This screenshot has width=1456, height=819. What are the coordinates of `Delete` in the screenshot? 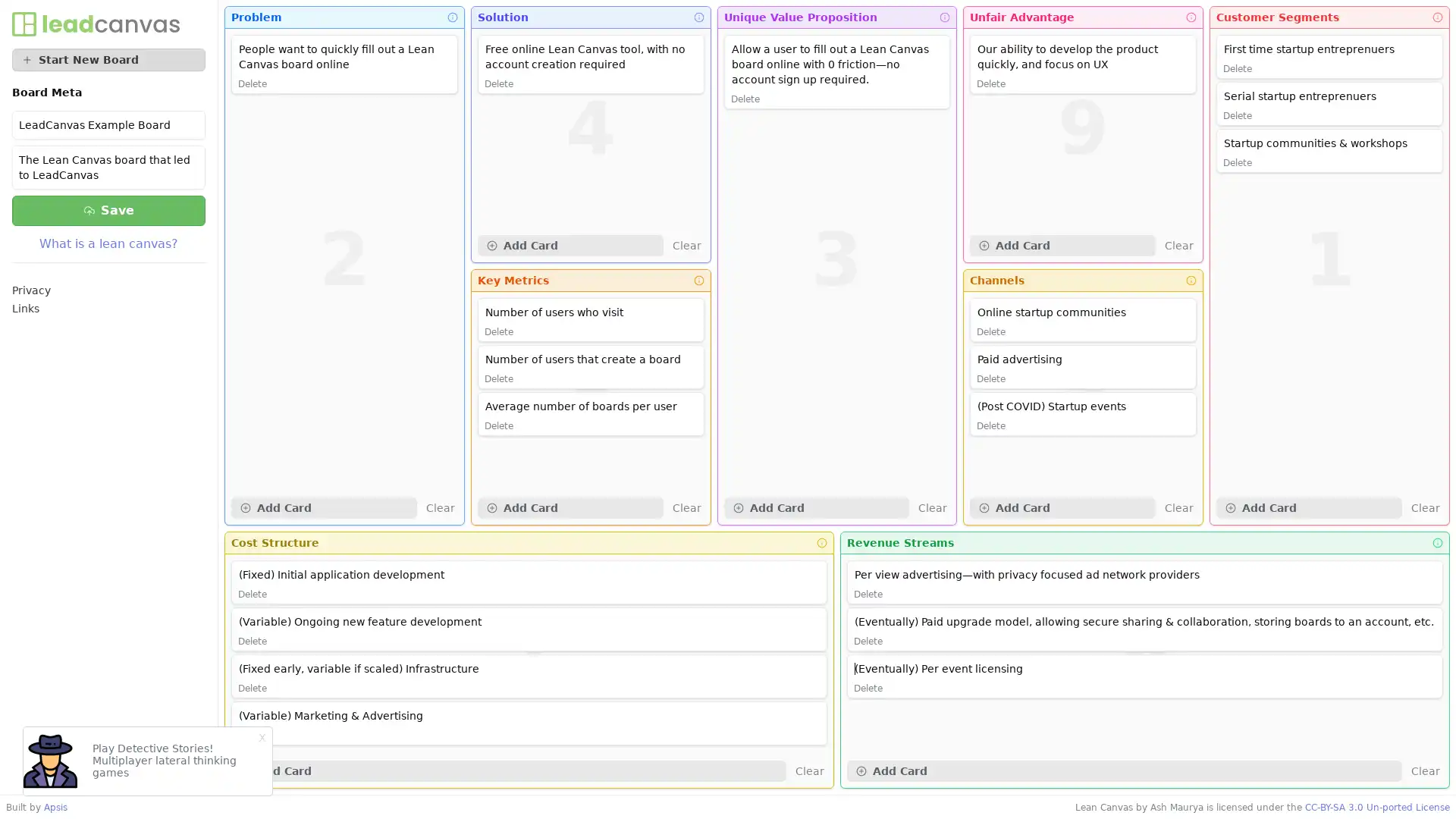 It's located at (498, 330).